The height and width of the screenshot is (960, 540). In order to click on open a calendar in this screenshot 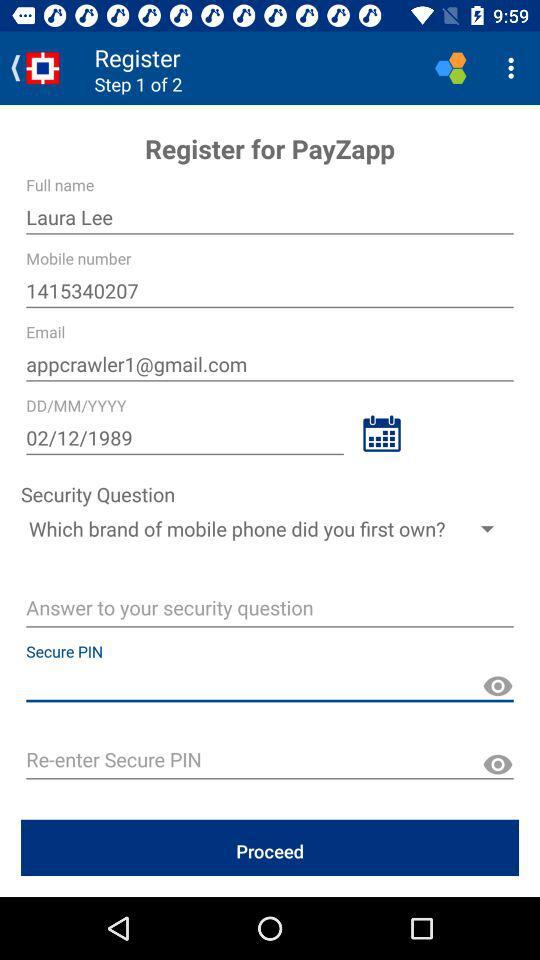, I will do `click(381, 433)`.